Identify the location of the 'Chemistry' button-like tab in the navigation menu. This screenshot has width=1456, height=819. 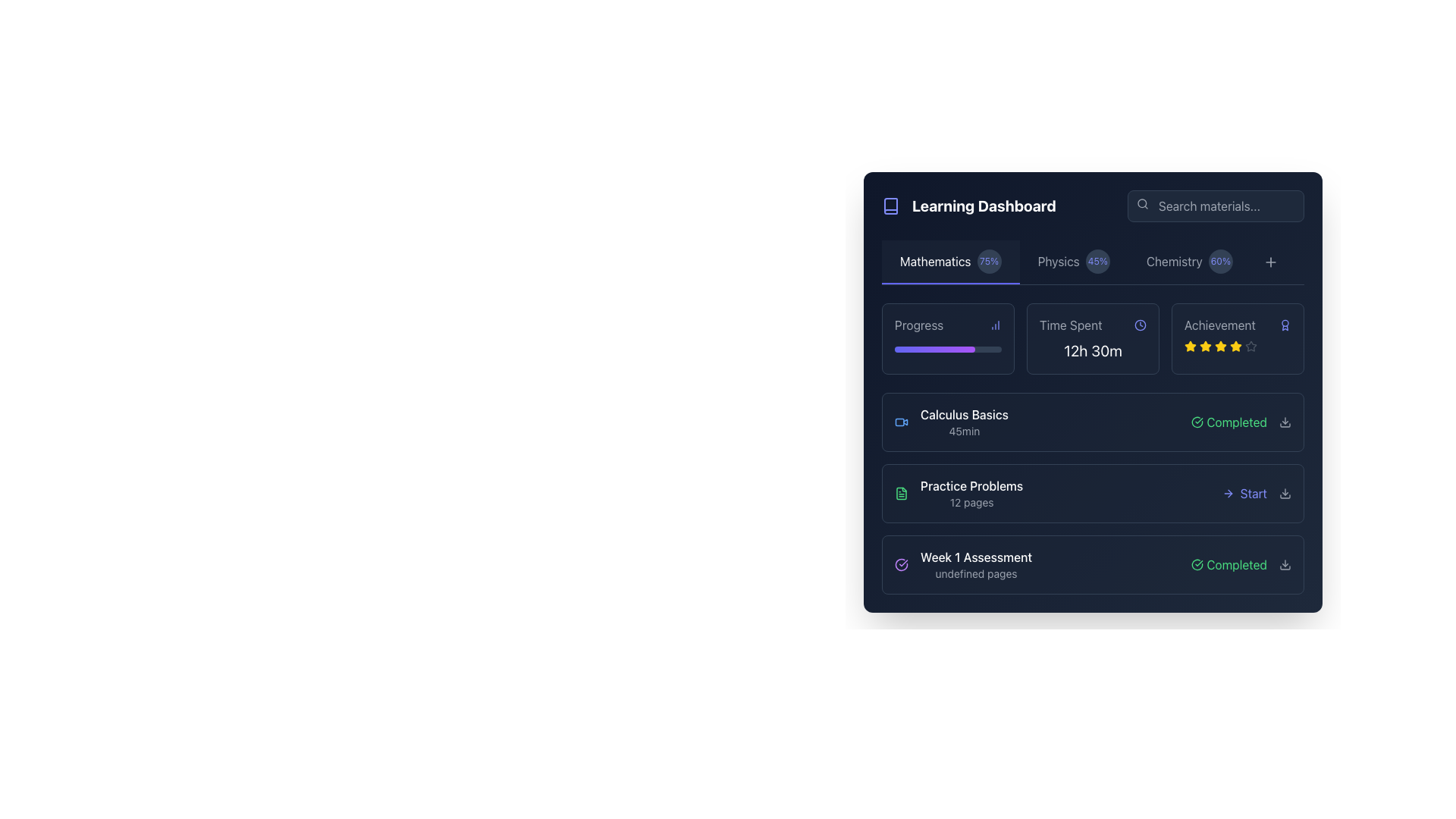
(1188, 262).